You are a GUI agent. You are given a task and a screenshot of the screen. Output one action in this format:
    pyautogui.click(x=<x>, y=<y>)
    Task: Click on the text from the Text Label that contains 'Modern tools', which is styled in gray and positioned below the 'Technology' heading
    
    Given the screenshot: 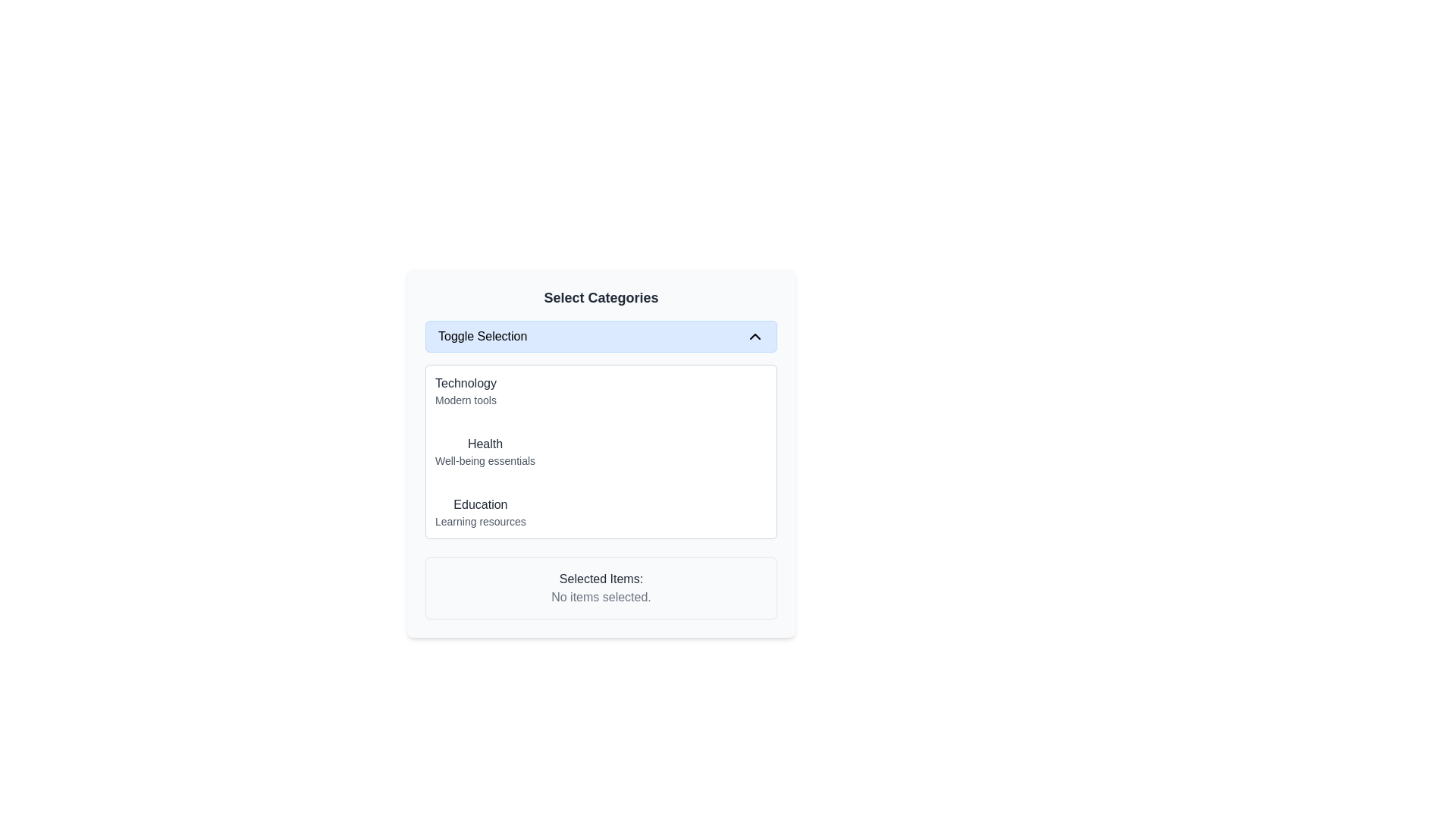 What is the action you would take?
    pyautogui.click(x=465, y=400)
    